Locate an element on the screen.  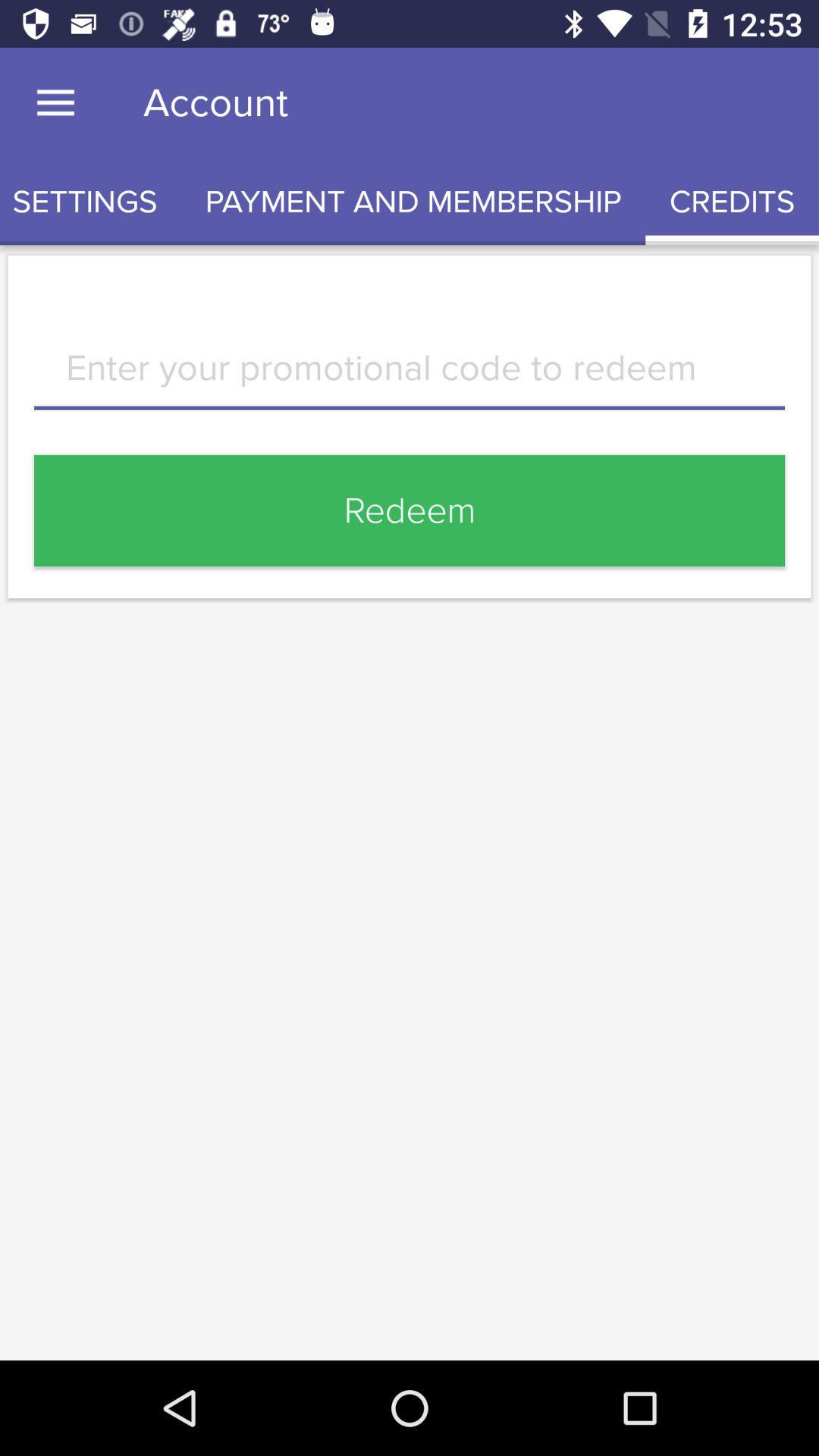
promo codr is located at coordinates (409, 378).